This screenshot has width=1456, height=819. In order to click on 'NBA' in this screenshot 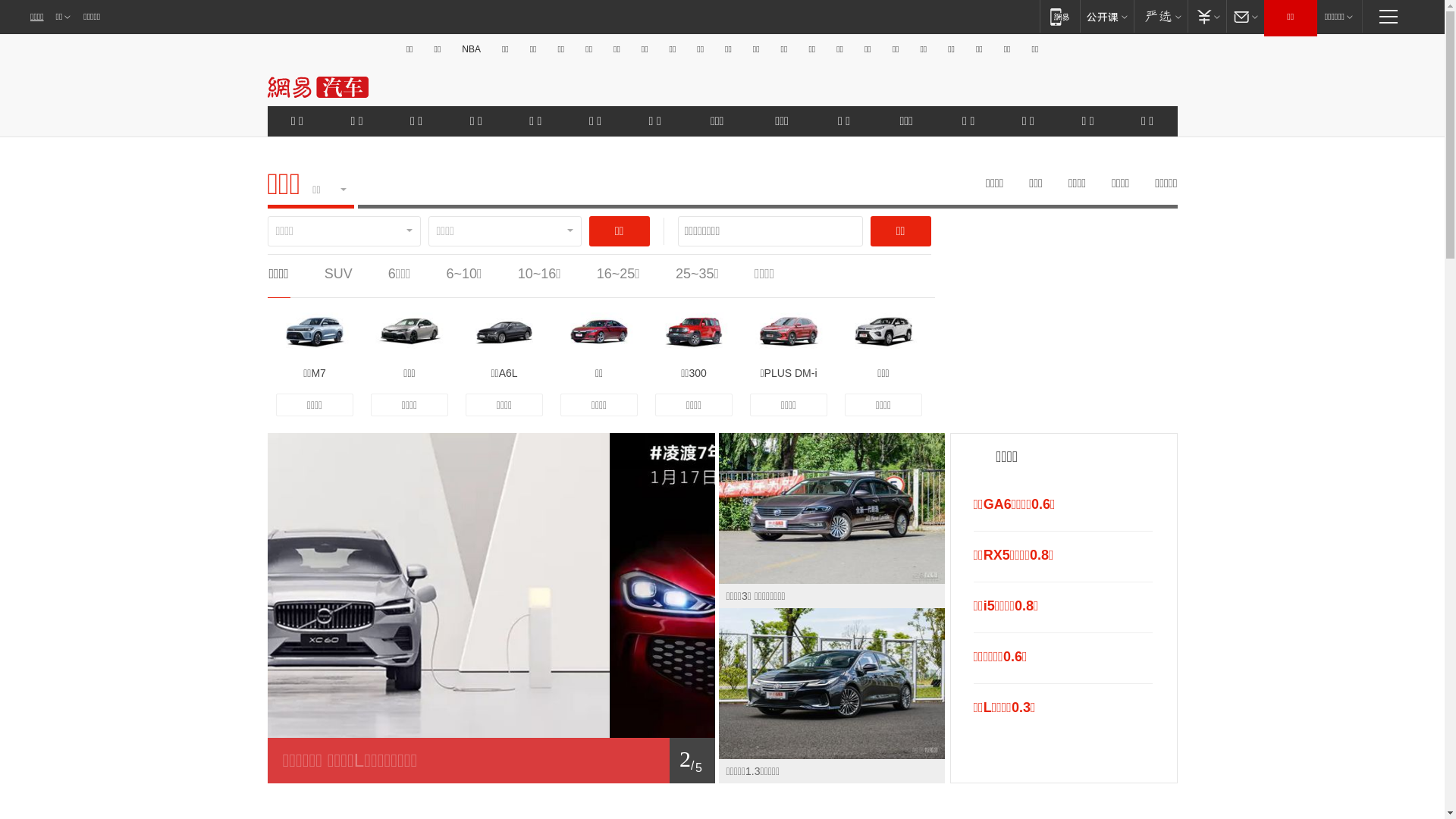, I will do `click(470, 49)`.